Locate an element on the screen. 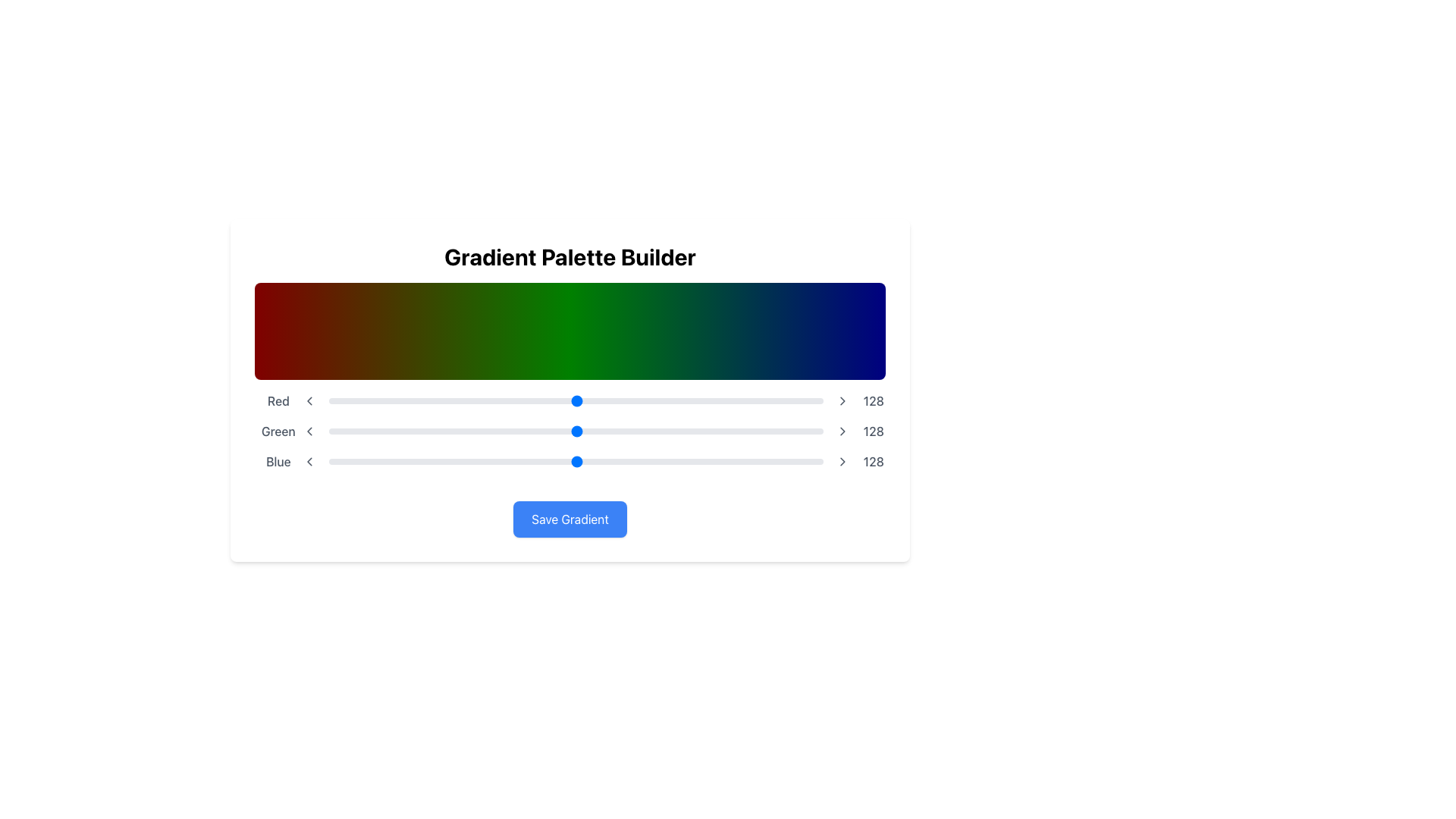 The width and height of the screenshot is (1456, 819). the blue component range slider to set focus, located below the Red and Green sliders and to the left of the numeric display showing '128' is located at coordinates (575, 461).